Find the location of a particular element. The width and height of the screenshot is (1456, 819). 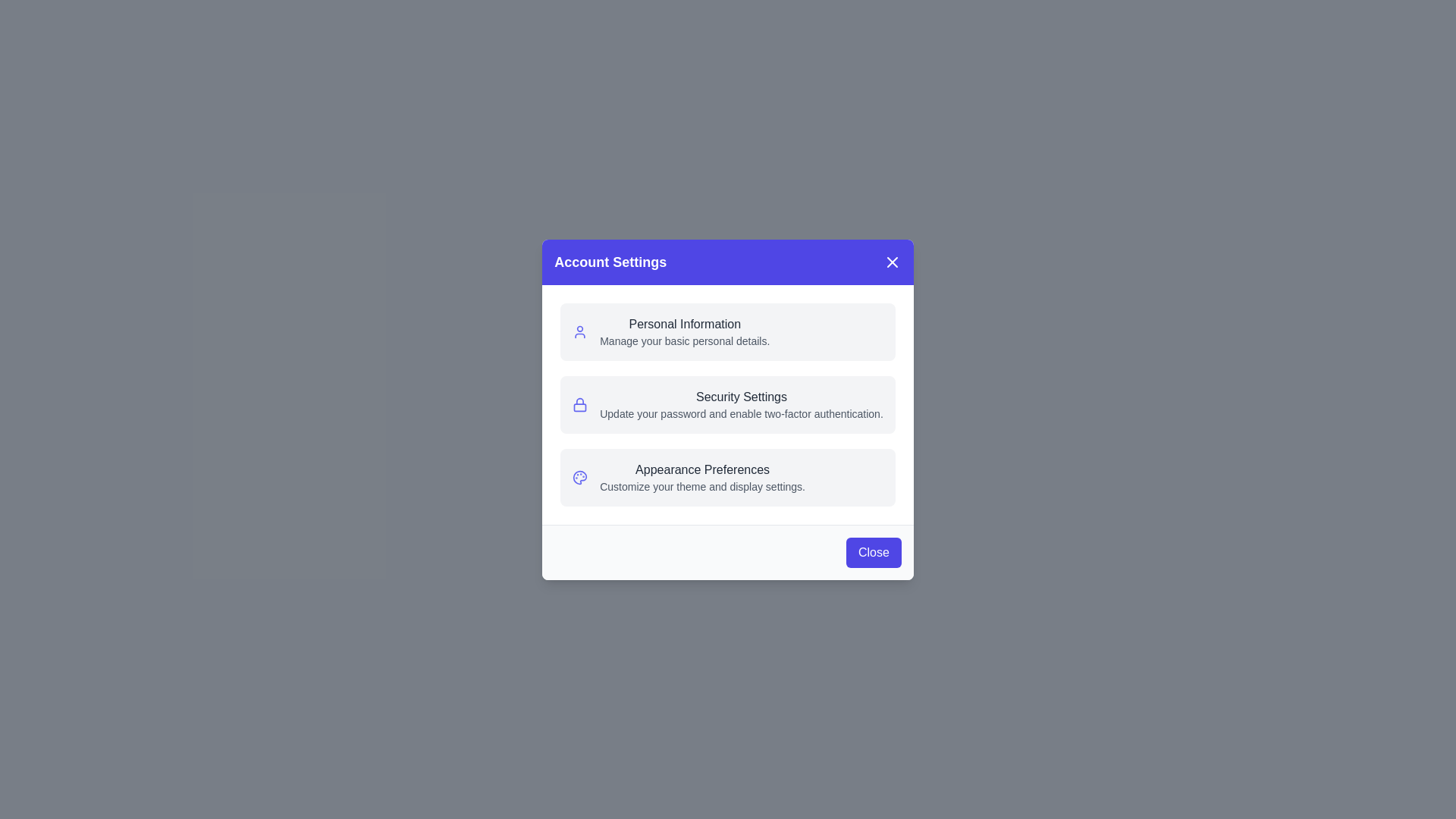

the 'Security Settings' text label, which is styled in a medium font weight and dark gray color, located in the dialog box titled 'Account Settings.' is located at coordinates (742, 396).